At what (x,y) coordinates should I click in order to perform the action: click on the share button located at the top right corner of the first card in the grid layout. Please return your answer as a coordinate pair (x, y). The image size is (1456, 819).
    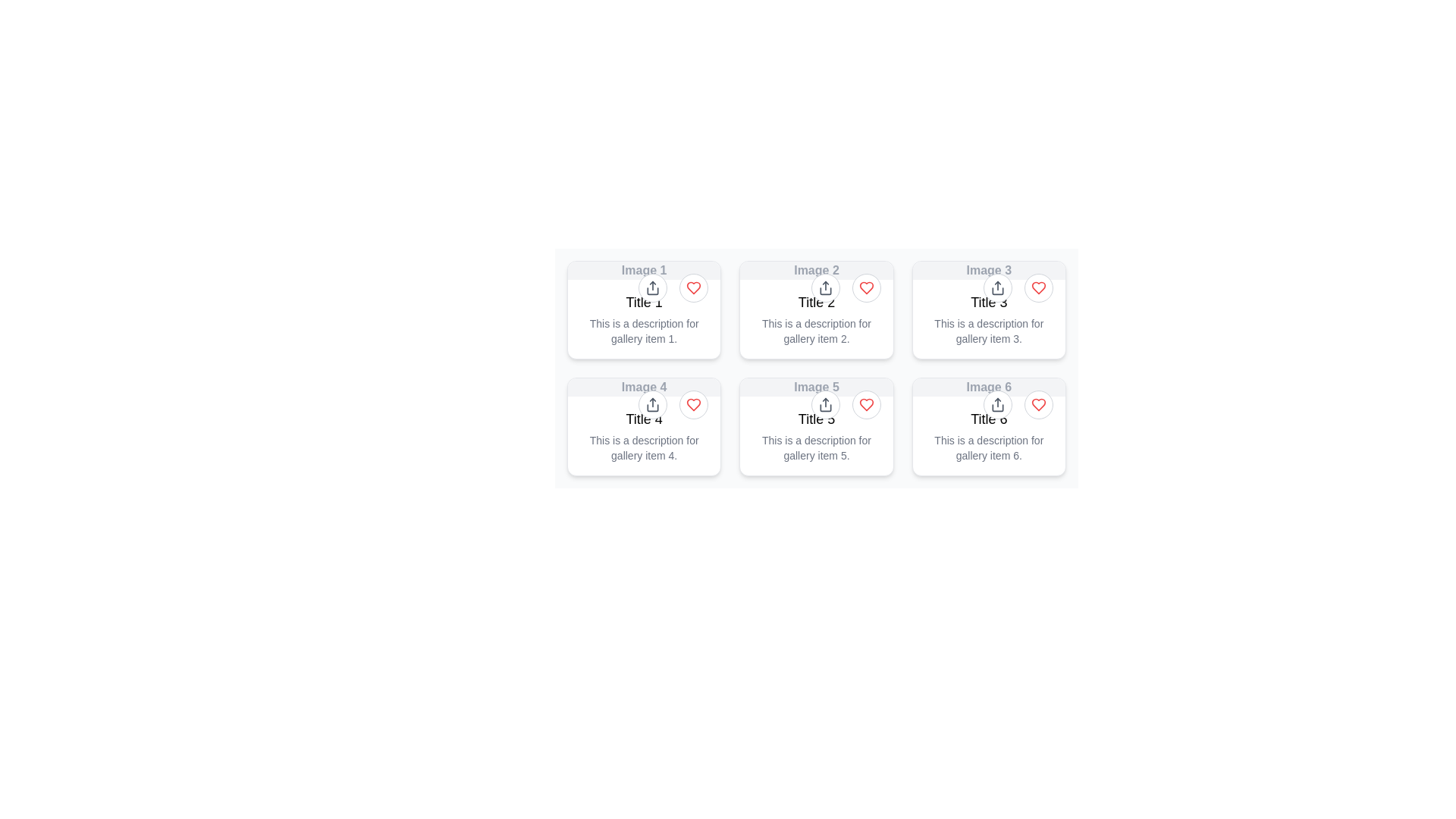
    Looking at the image, I should click on (653, 288).